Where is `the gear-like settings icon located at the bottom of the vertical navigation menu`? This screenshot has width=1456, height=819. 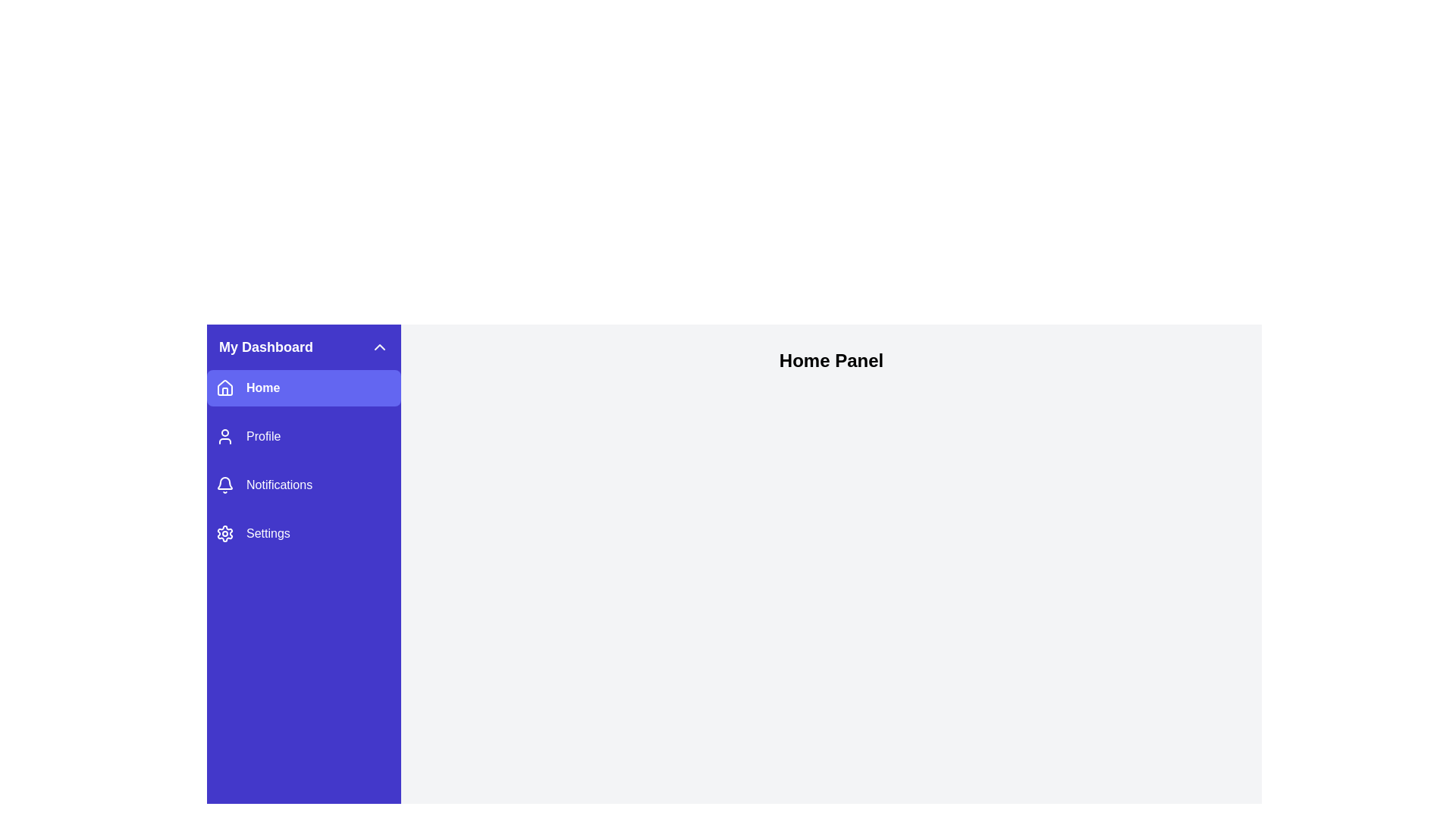
the gear-like settings icon located at the bottom of the vertical navigation menu is located at coordinates (224, 533).